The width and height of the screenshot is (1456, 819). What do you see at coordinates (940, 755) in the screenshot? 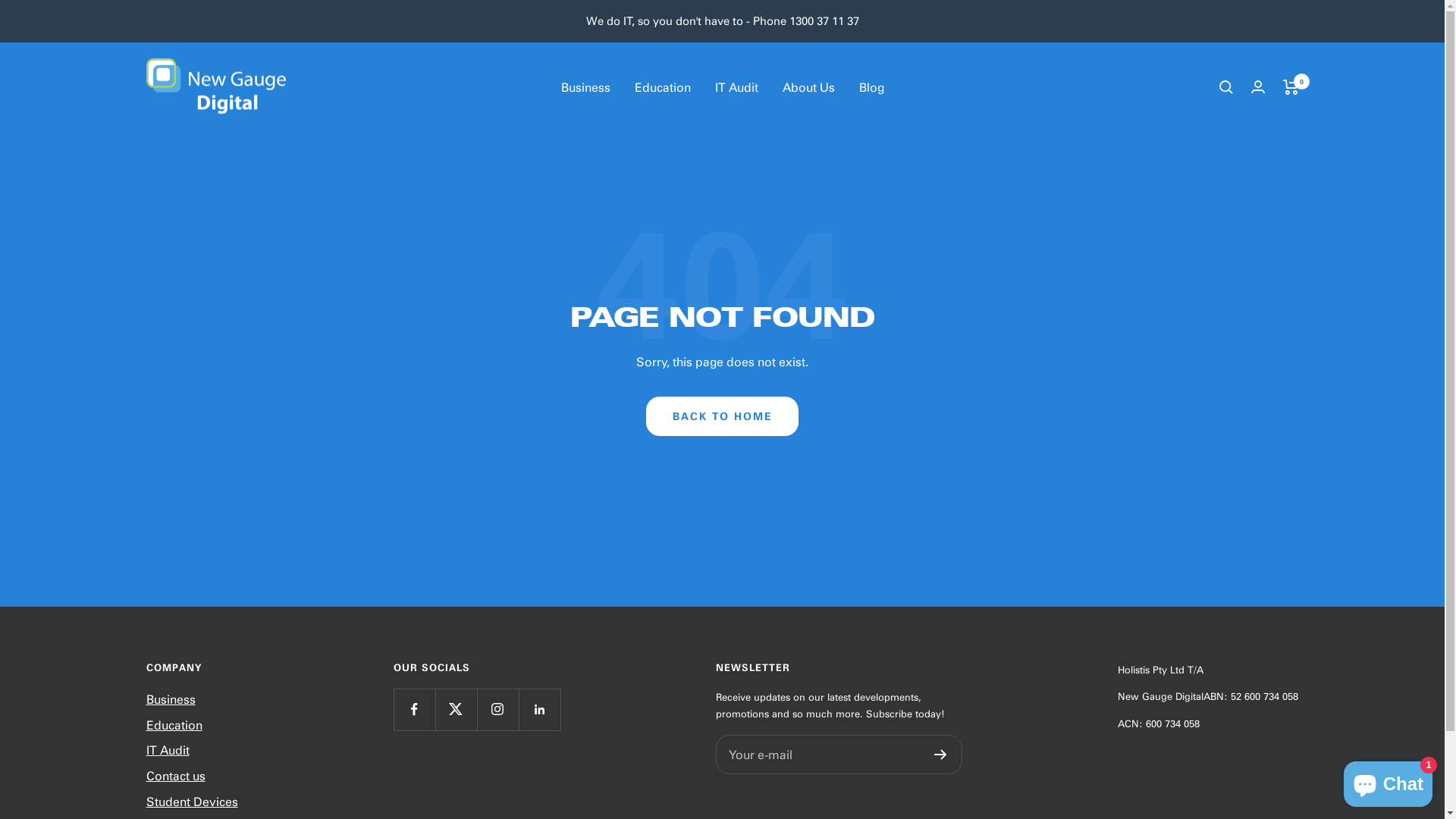
I see `'Register'` at bounding box center [940, 755].